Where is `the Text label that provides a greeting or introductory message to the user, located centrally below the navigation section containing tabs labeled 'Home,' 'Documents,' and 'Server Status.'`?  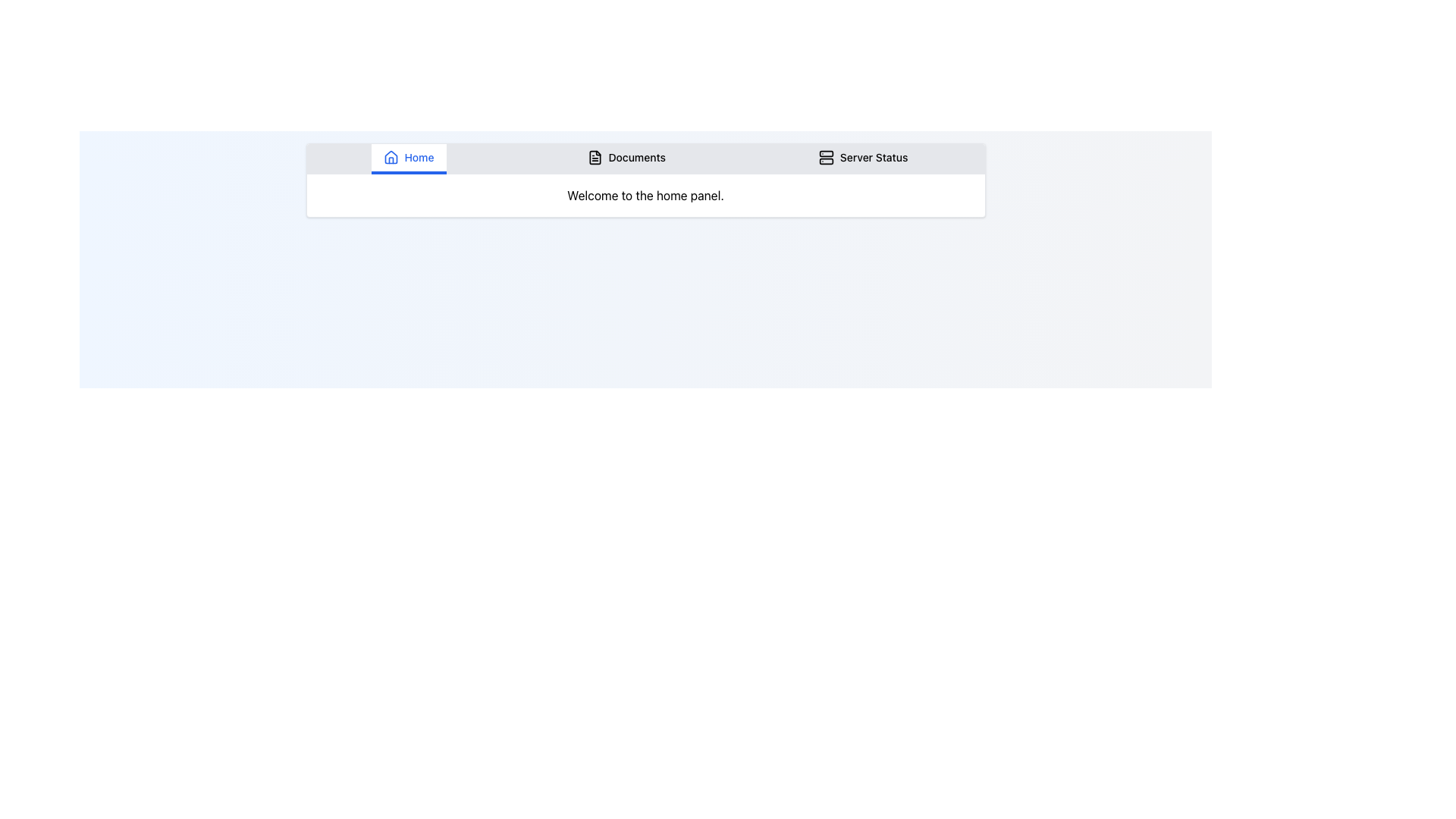
the Text label that provides a greeting or introductory message to the user, located centrally below the navigation section containing tabs labeled 'Home,' 'Documents,' and 'Server Status.' is located at coordinates (645, 195).